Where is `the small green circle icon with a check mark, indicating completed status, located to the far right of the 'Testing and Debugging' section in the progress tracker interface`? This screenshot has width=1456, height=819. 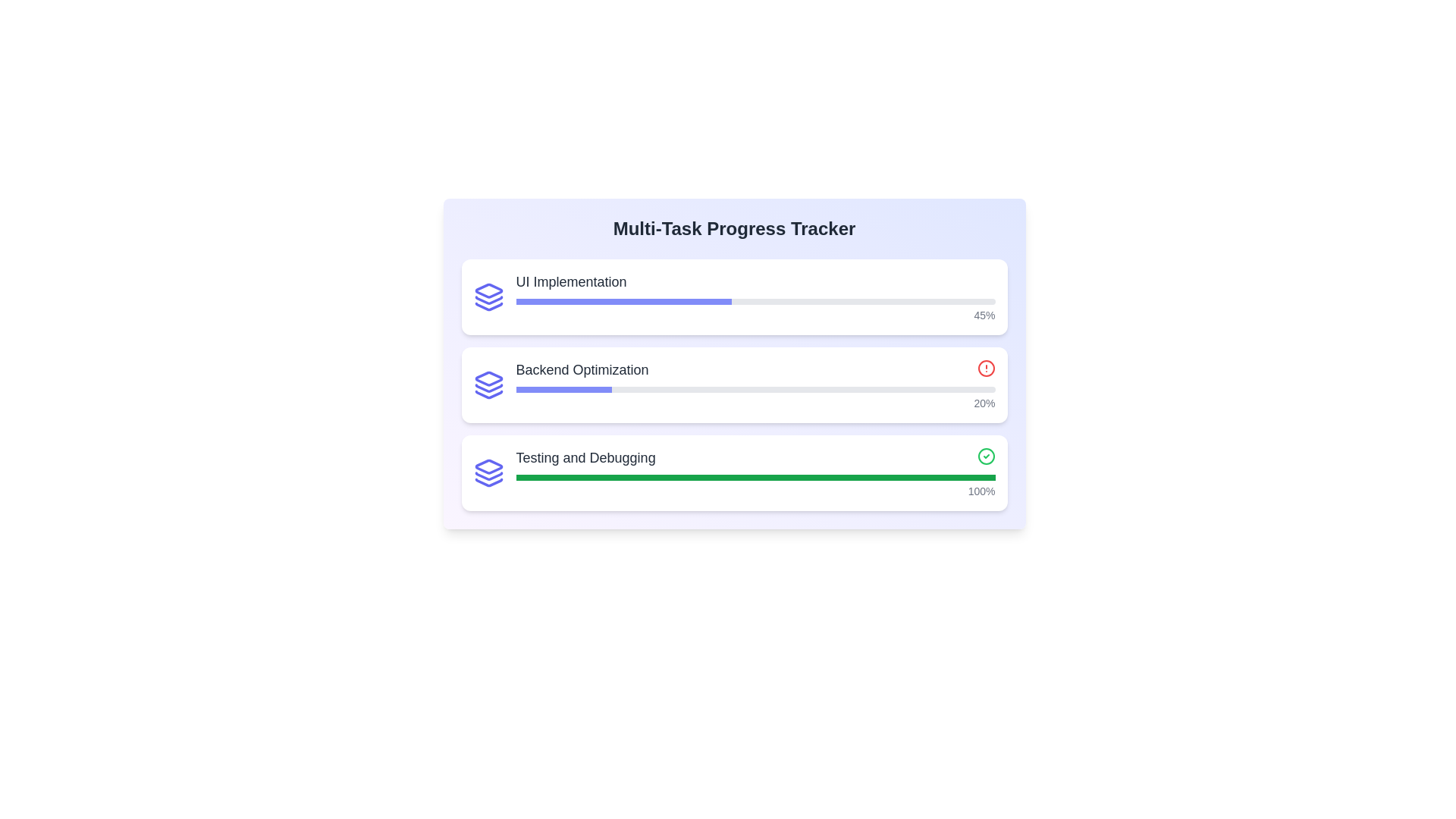 the small green circle icon with a check mark, indicating completed status, located to the far right of the 'Testing and Debugging' section in the progress tracker interface is located at coordinates (986, 457).